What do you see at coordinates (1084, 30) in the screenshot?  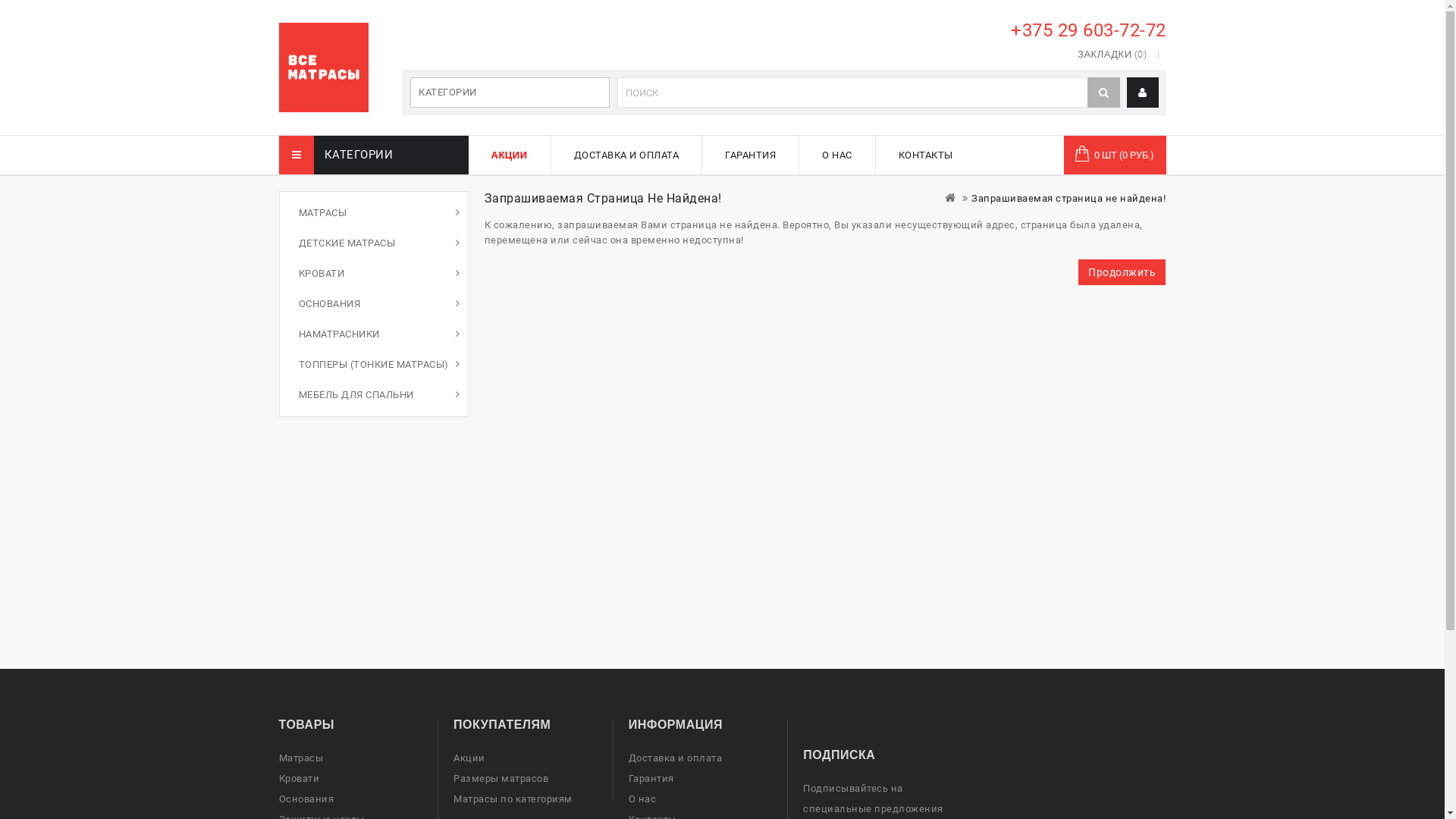 I see `'+375 29 603-72-72'` at bounding box center [1084, 30].